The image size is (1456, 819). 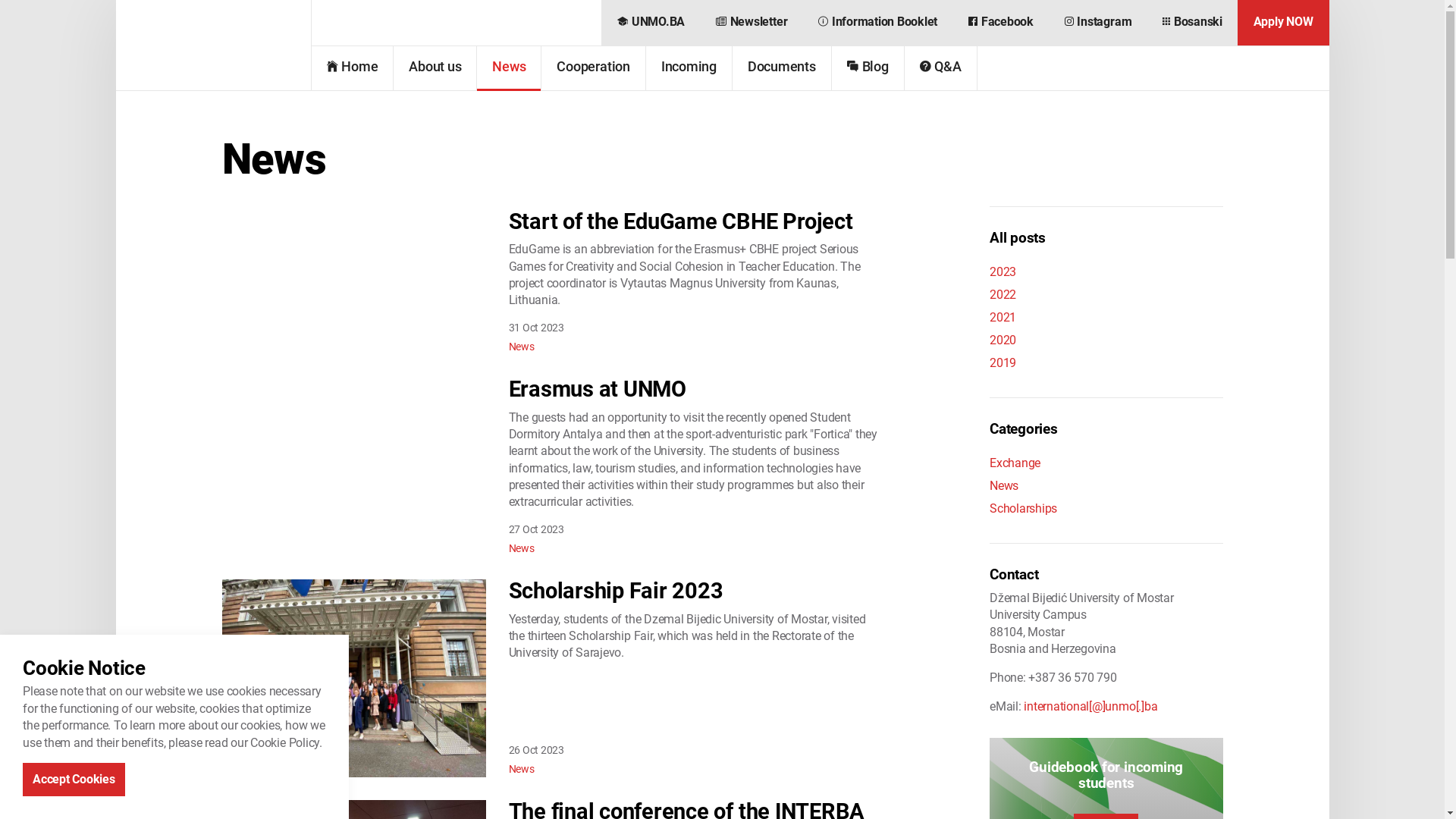 I want to click on 'Facebook', so click(x=1001, y=23).